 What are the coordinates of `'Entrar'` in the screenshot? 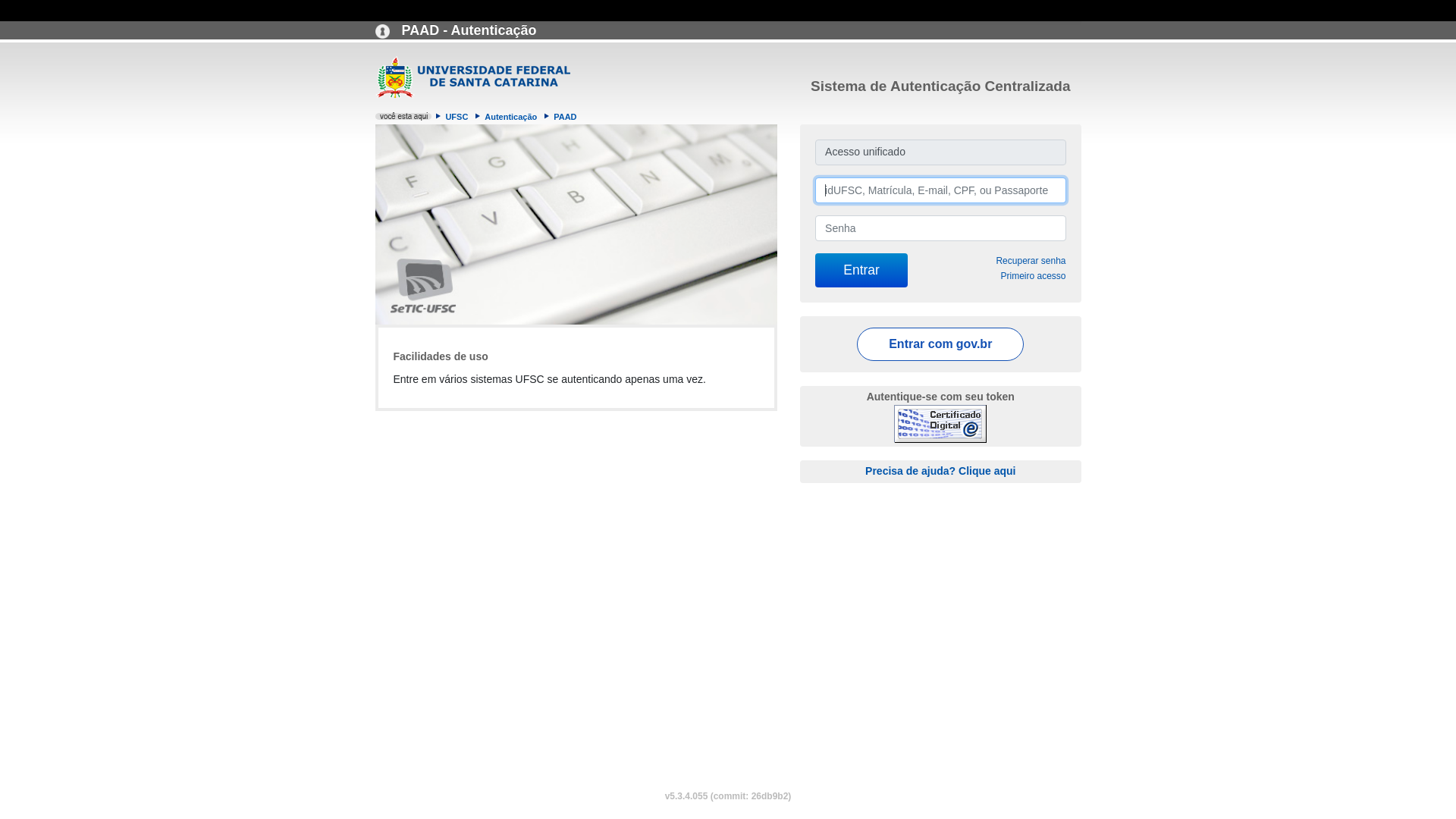 It's located at (861, 269).